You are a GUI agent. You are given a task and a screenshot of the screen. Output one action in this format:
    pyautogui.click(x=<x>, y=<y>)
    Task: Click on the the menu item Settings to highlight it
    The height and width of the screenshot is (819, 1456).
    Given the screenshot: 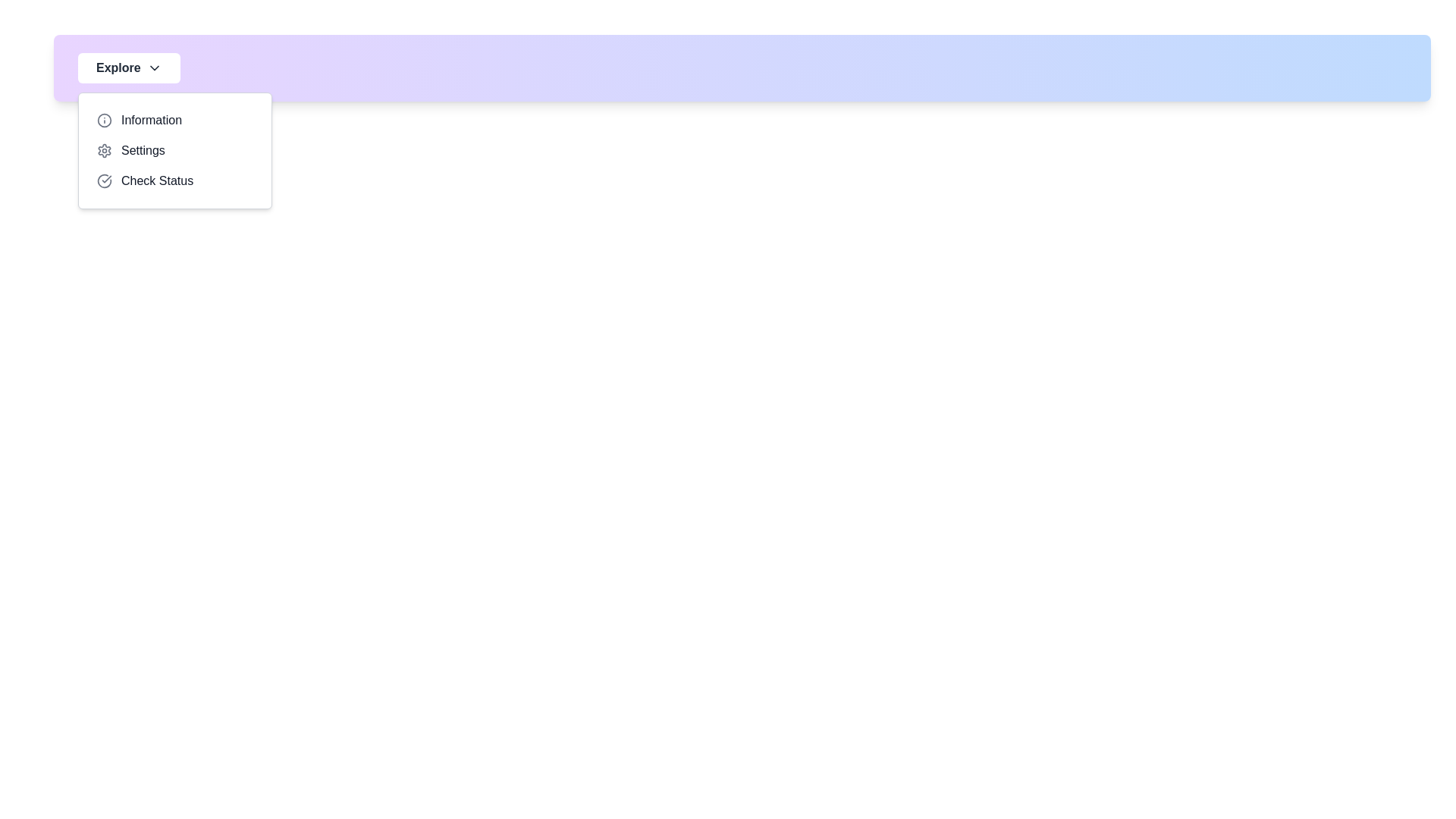 What is the action you would take?
    pyautogui.click(x=174, y=151)
    